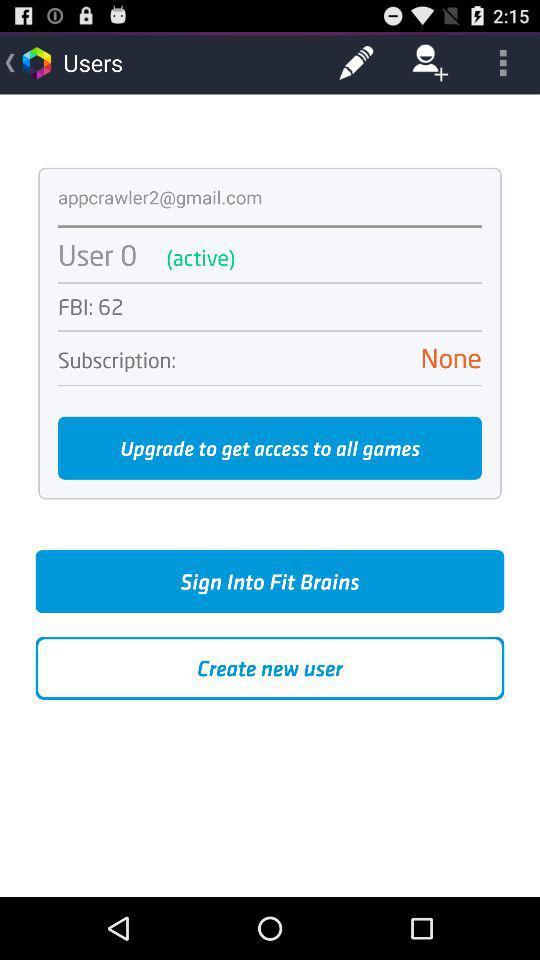 The image size is (540, 960). What do you see at coordinates (270, 668) in the screenshot?
I see `create new user at the bottom` at bounding box center [270, 668].